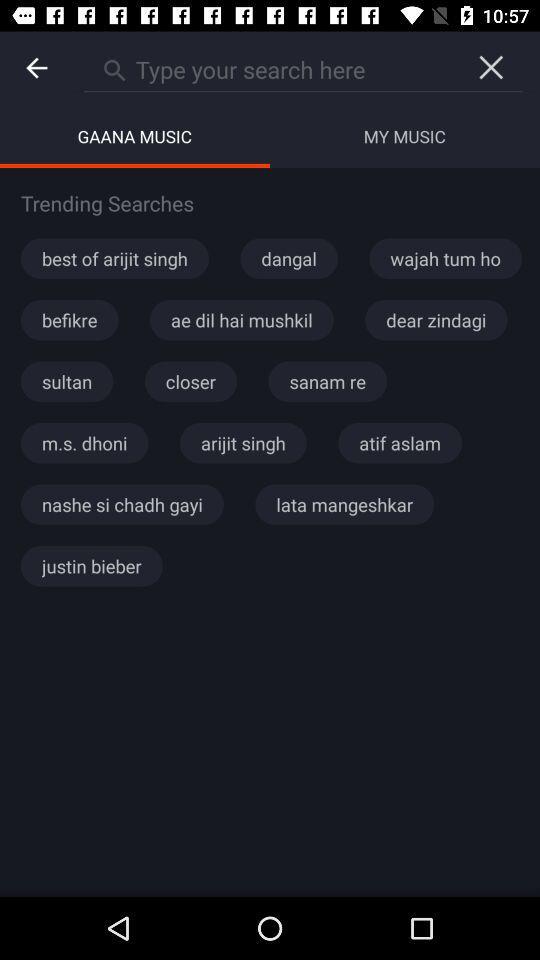  Describe the element at coordinates (36, 68) in the screenshot. I see `go back` at that location.